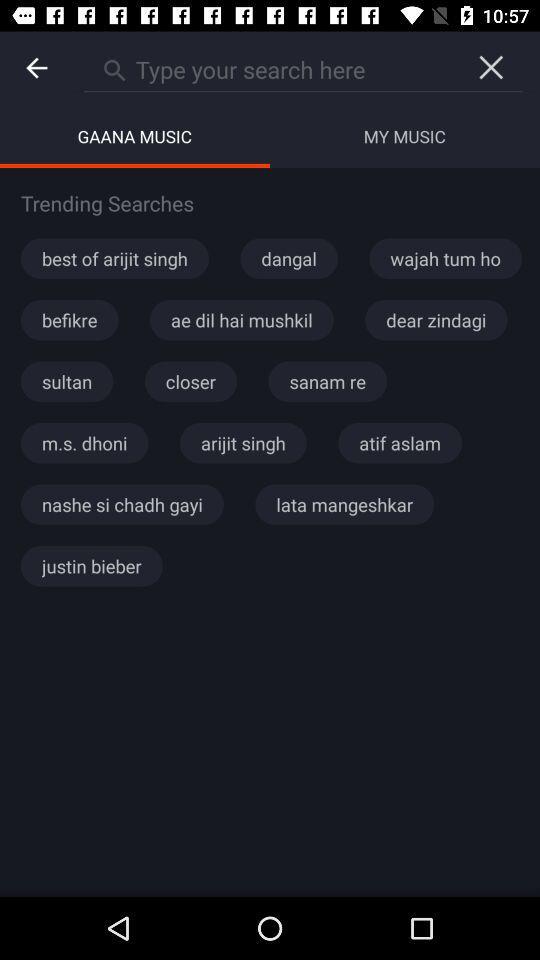  Describe the element at coordinates (36, 68) in the screenshot. I see `go back` at that location.